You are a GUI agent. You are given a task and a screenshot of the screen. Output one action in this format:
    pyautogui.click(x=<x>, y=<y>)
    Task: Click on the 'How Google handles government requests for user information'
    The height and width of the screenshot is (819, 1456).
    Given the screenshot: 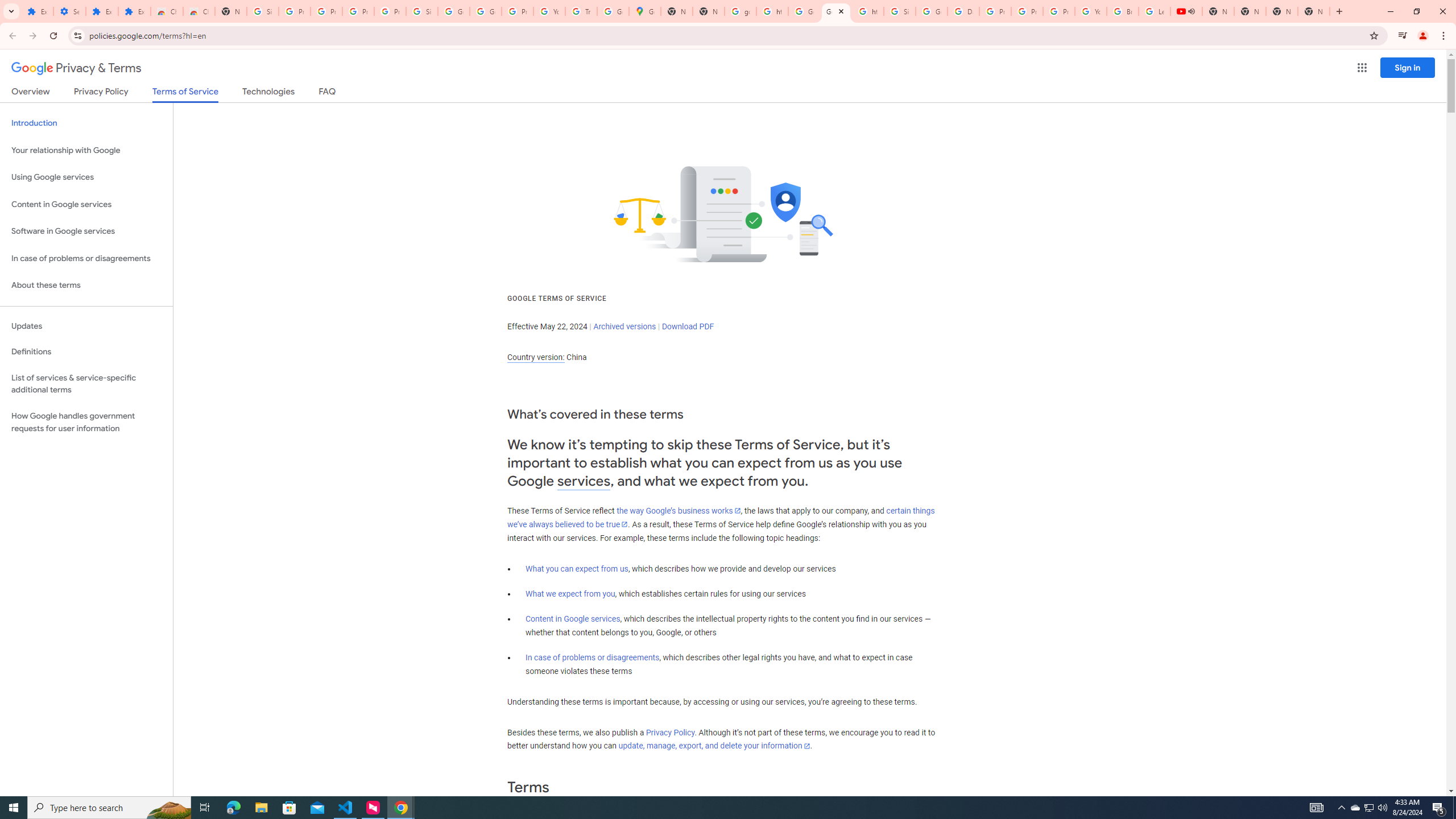 What is the action you would take?
    pyautogui.click(x=86, y=422)
    